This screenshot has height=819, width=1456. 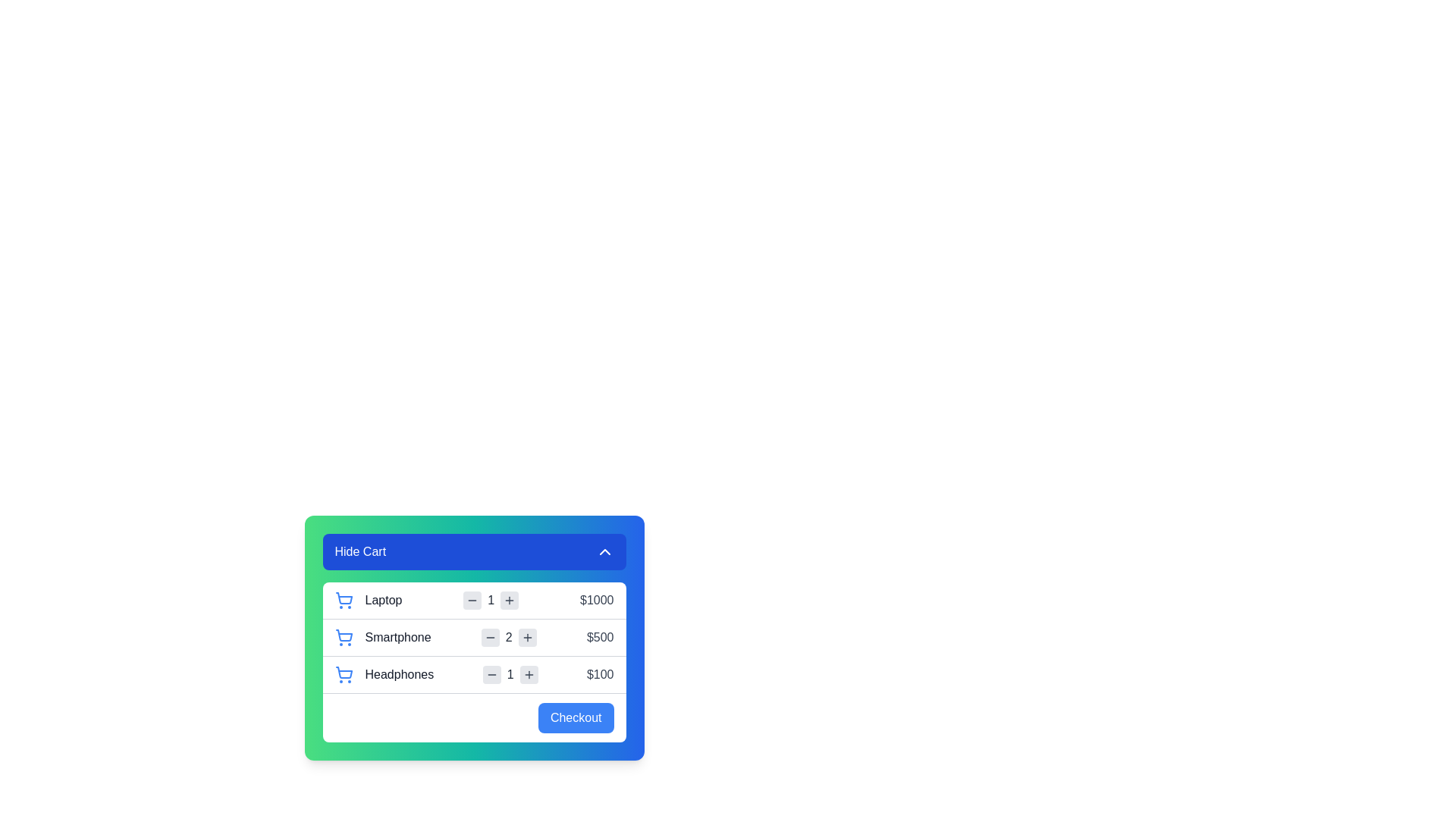 I want to click on the 'Headphones' product entry in the shopping cart, which is the third item in the list located in the lower-right area of the interface, so click(x=384, y=674).